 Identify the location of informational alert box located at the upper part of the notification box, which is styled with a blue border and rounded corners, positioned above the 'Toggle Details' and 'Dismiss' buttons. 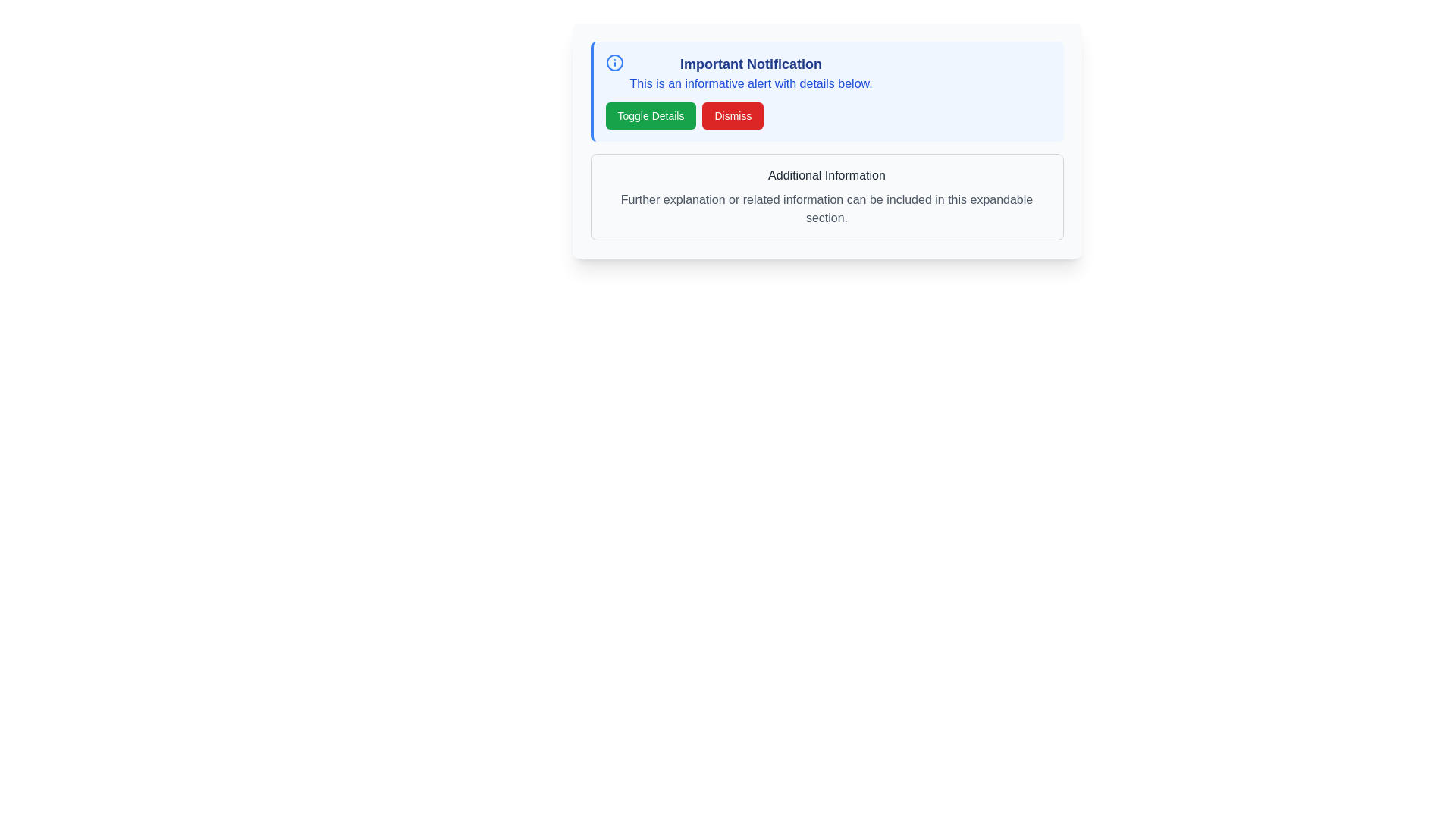
(827, 73).